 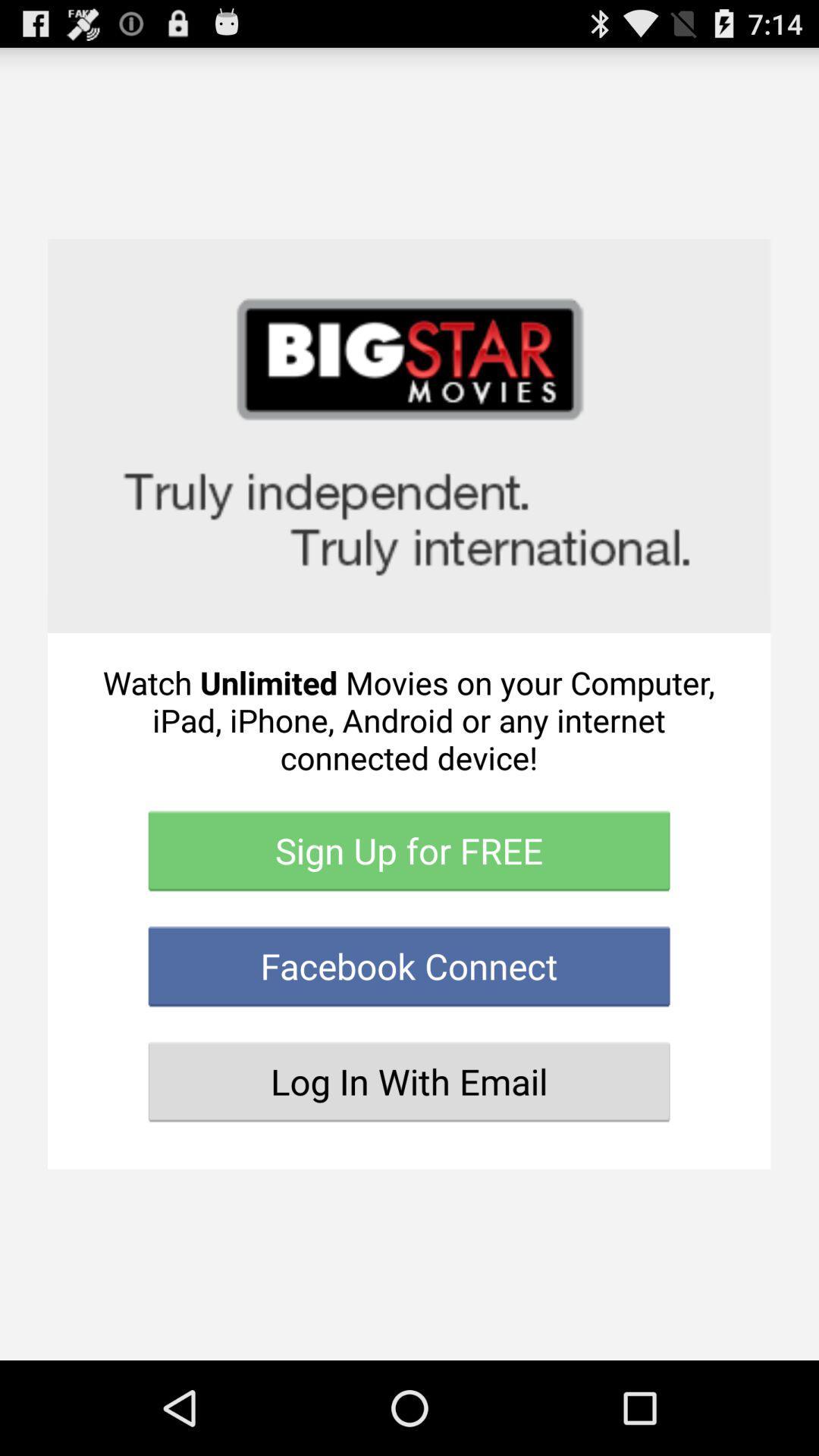 I want to click on the item above the facebook connect, so click(x=408, y=851).